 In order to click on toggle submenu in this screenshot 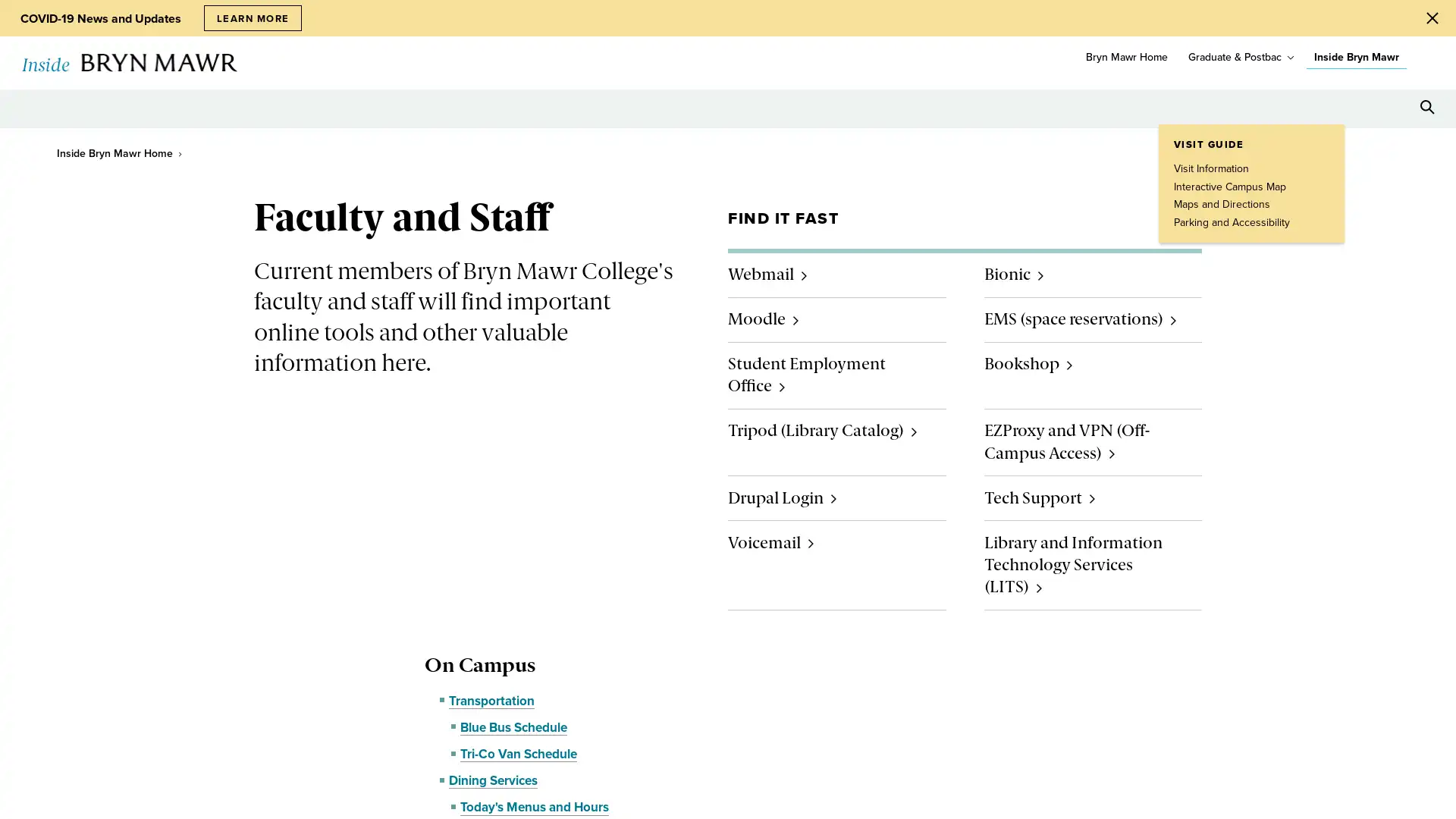, I will do `click(680, 99)`.